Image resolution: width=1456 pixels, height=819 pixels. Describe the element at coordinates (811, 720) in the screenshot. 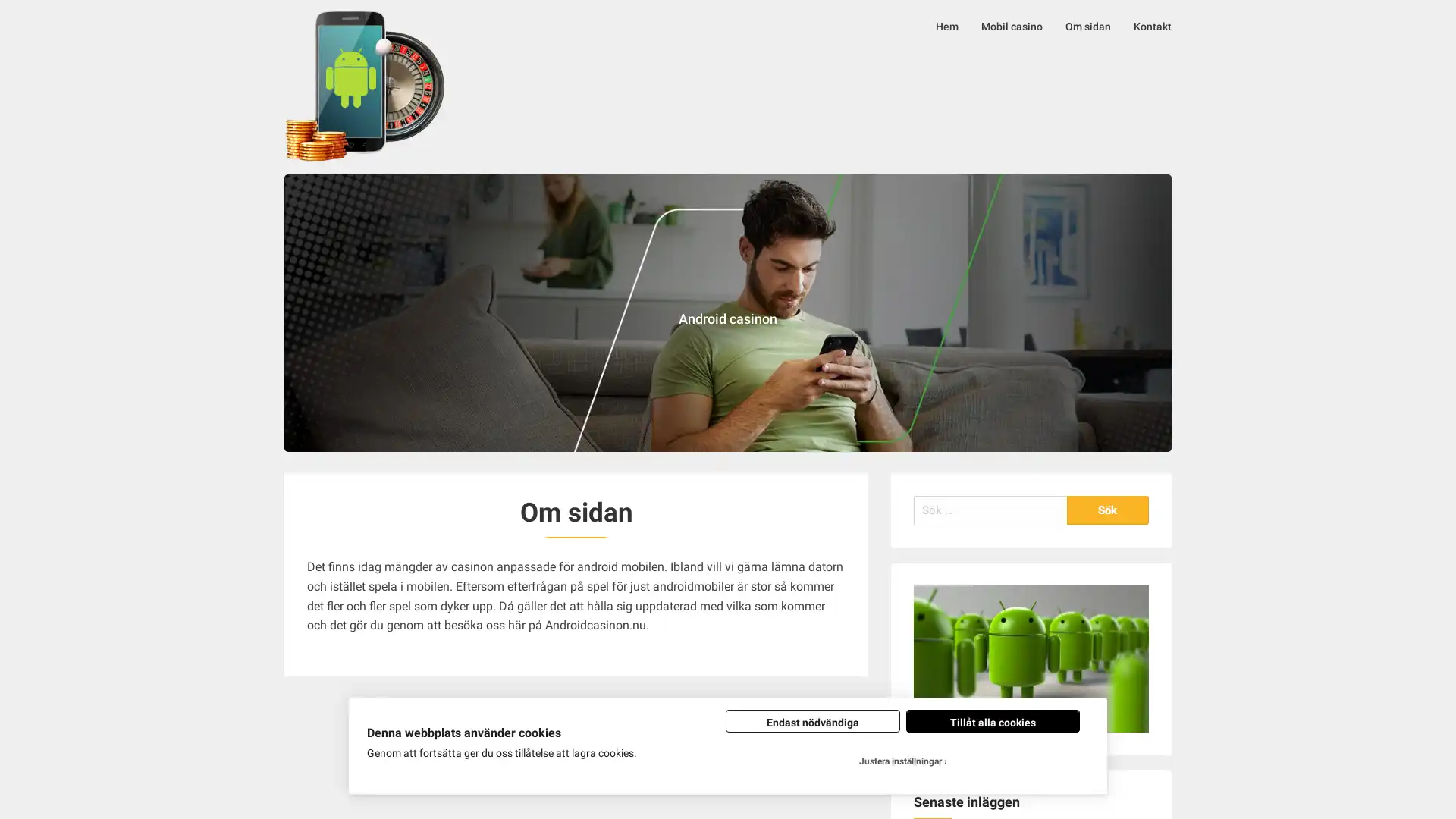

I see `Endast nodvandiga` at that location.